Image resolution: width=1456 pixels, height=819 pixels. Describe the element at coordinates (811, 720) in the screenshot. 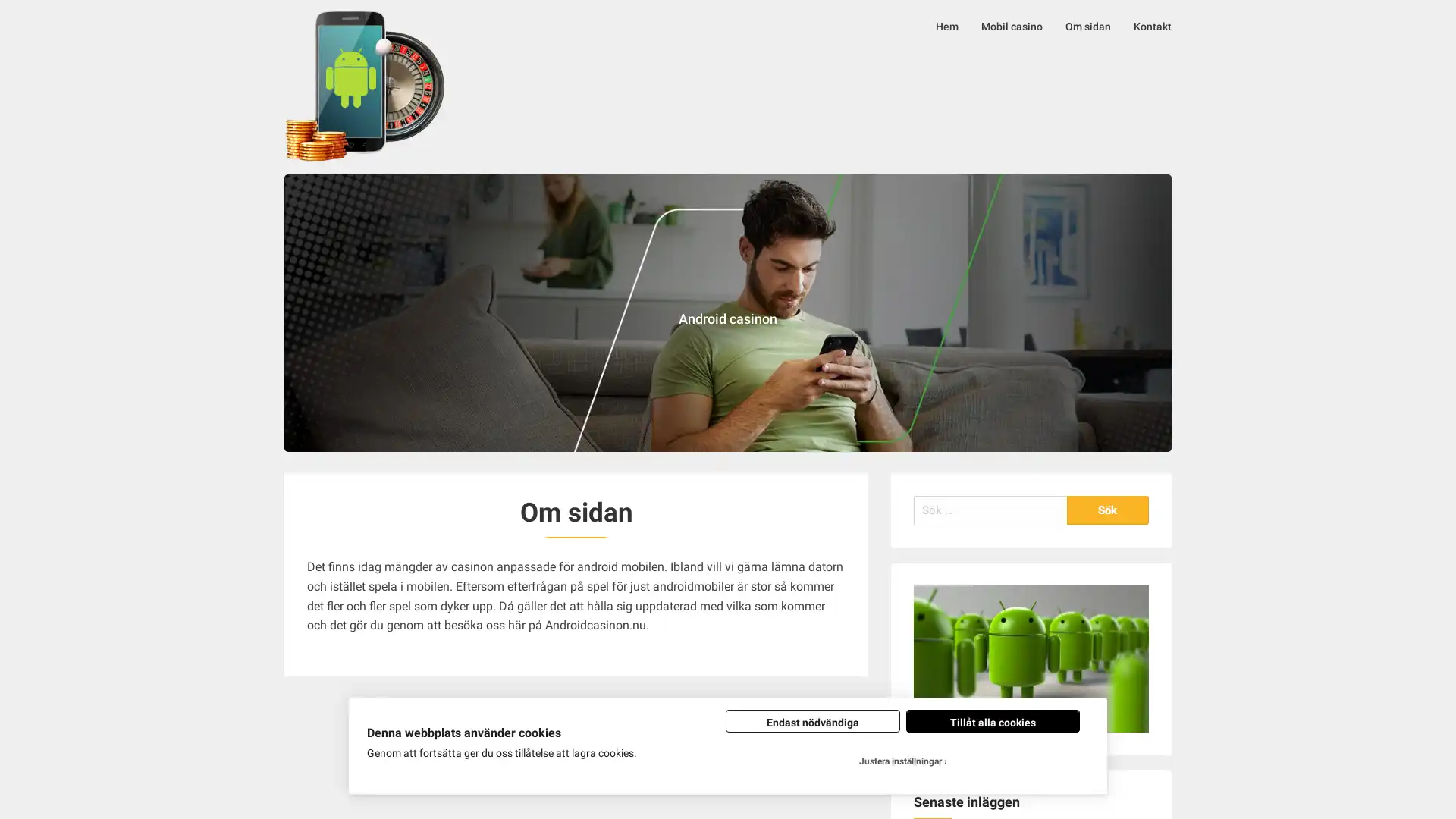

I see `Endast nodvandiga` at that location.